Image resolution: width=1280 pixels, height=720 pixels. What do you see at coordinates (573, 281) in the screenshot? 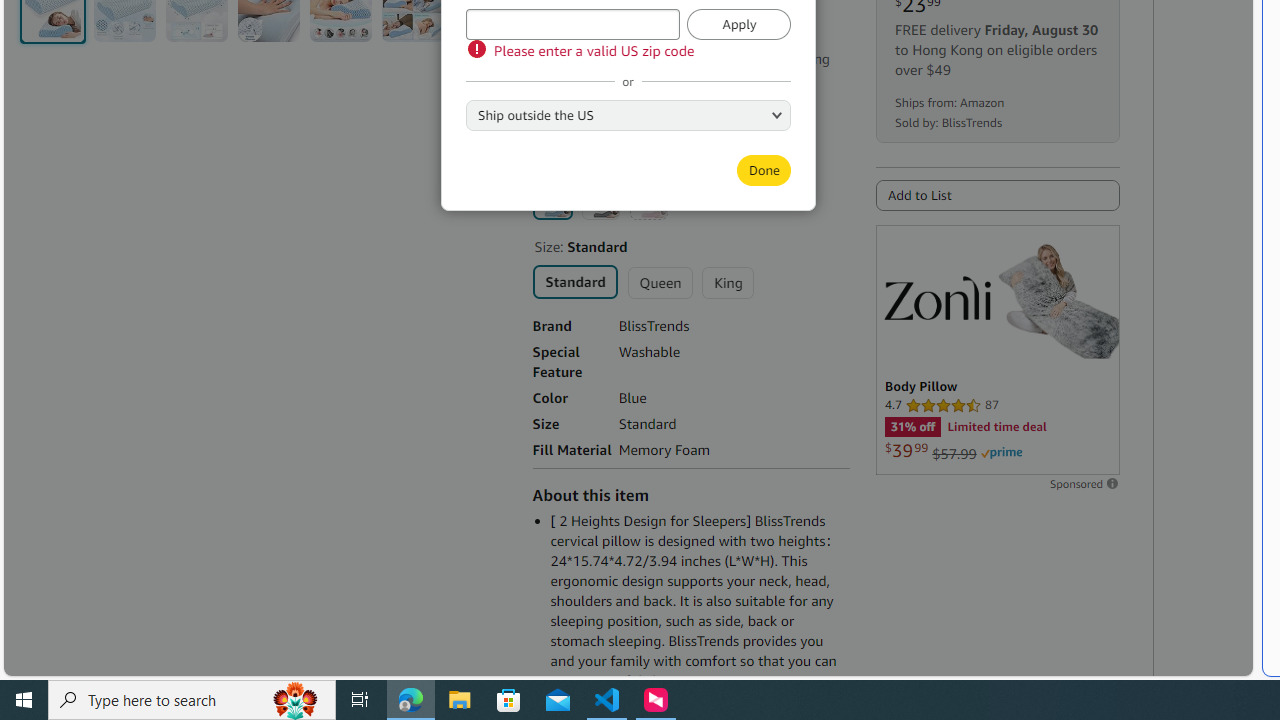
I see `'Standard'` at bounding box center [573, 281].